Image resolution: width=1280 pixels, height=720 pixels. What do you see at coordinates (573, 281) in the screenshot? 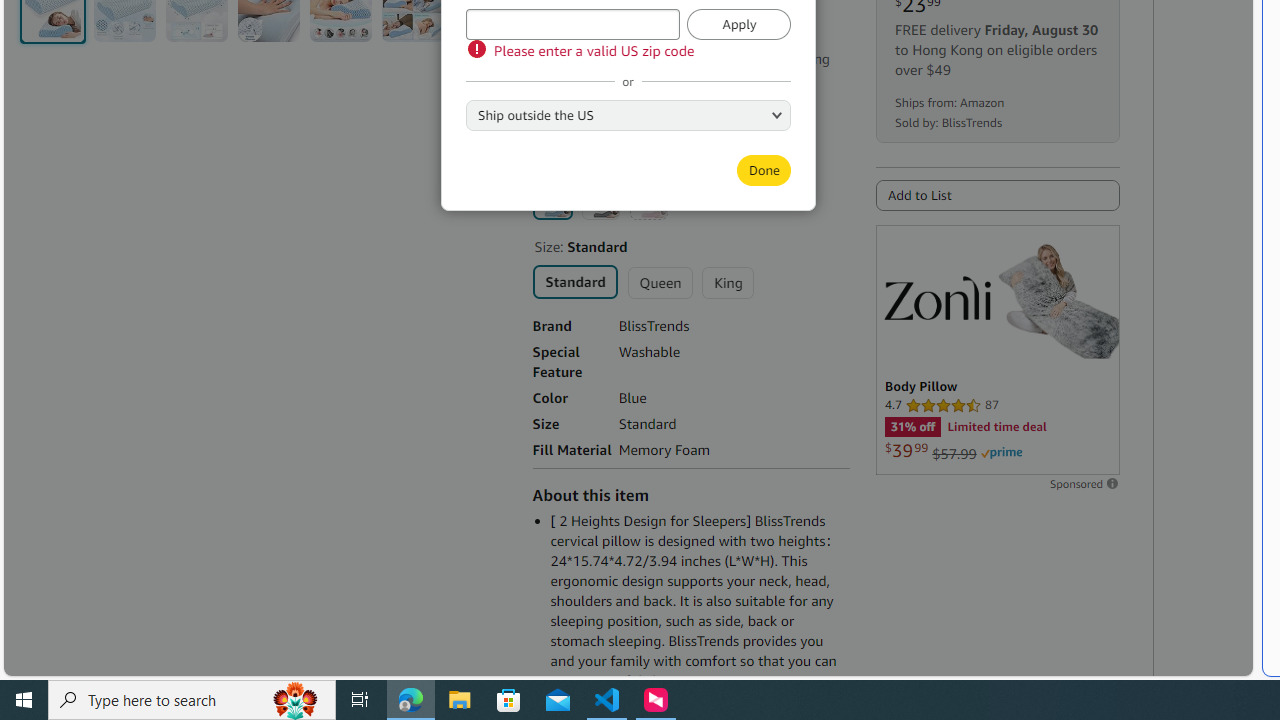
I see `'Standard'` at bounding box center [573, 281].